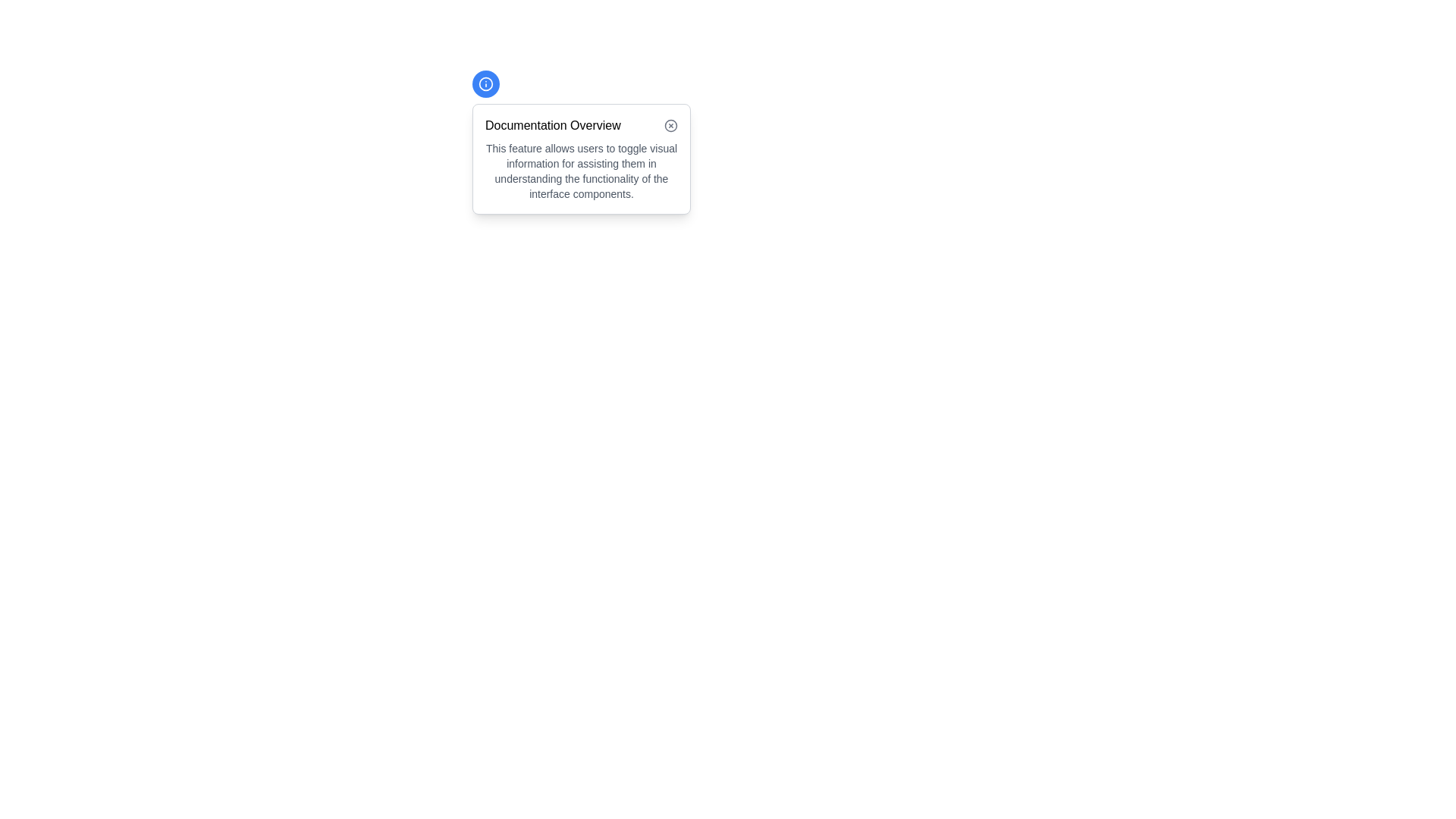 The image size is (1456, 819). Describe the element at coordinates (581, 124) in the screenshot. I see `the Title Label of the tooltip-style popup, which summarizes the content below and indicates the popup's purpose` at that location.